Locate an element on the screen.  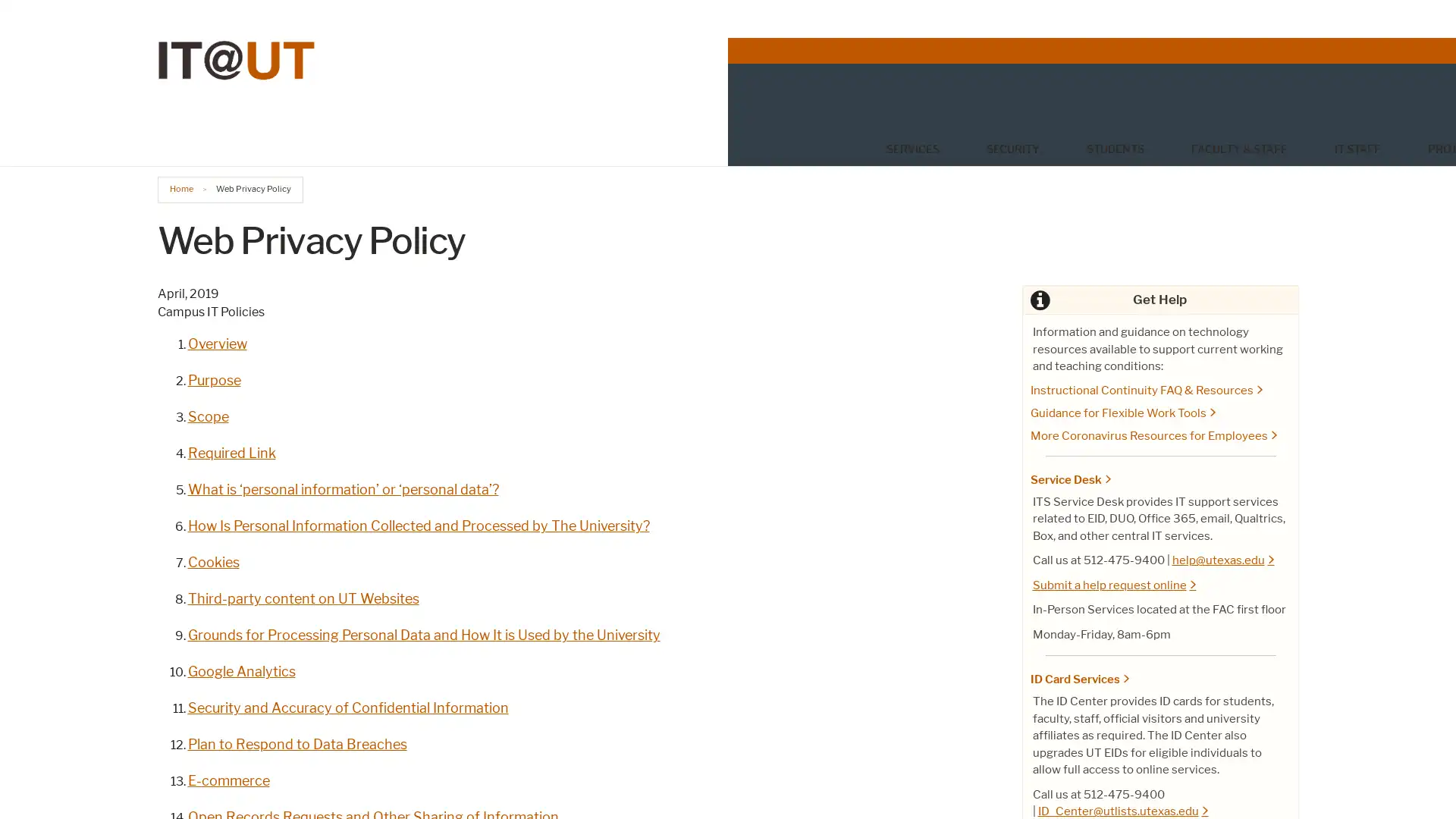
Search is located at coordinates (1282, 110).